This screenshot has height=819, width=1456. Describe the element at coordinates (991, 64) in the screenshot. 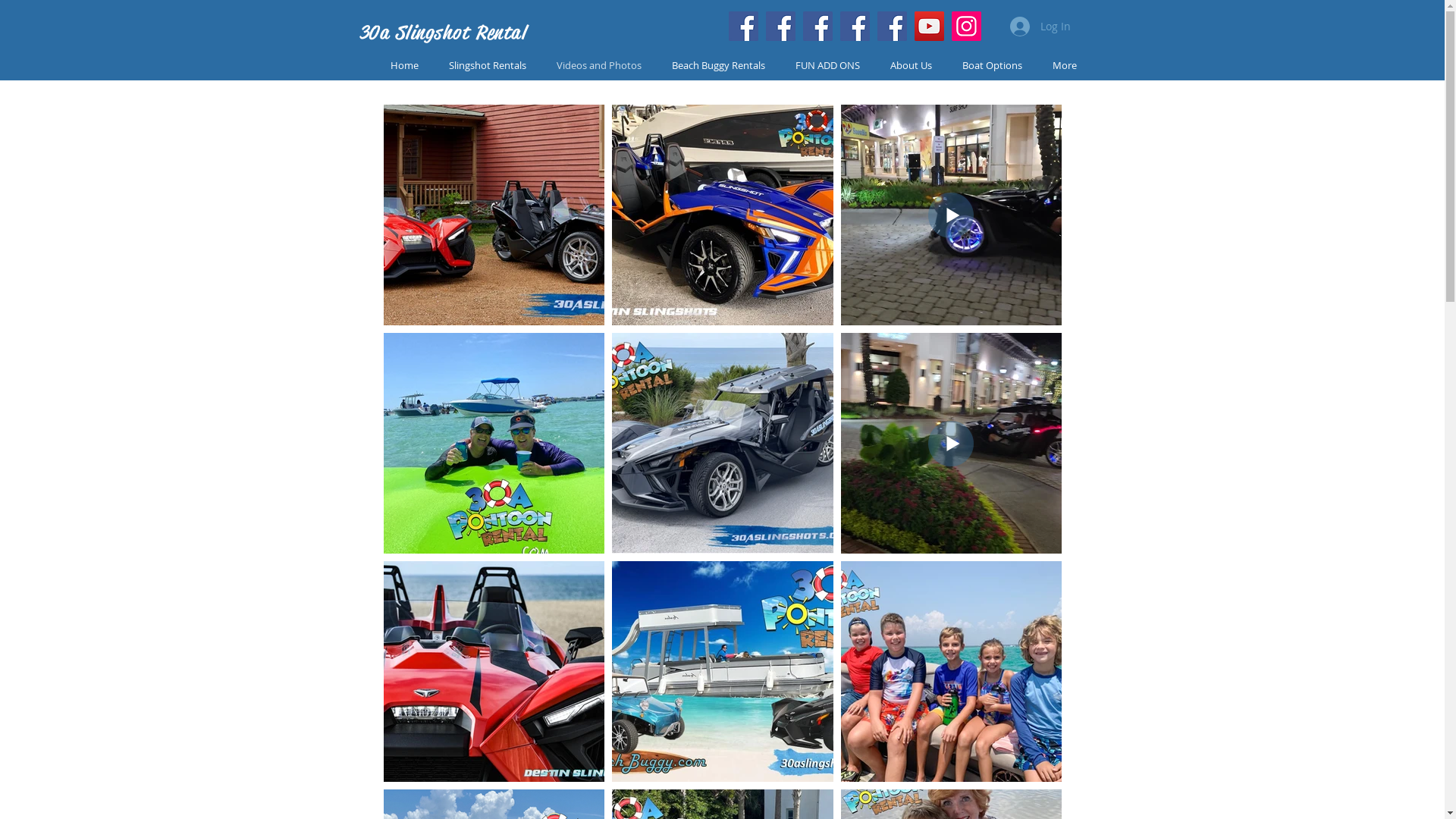

I see `'Boat Options'` at that location.